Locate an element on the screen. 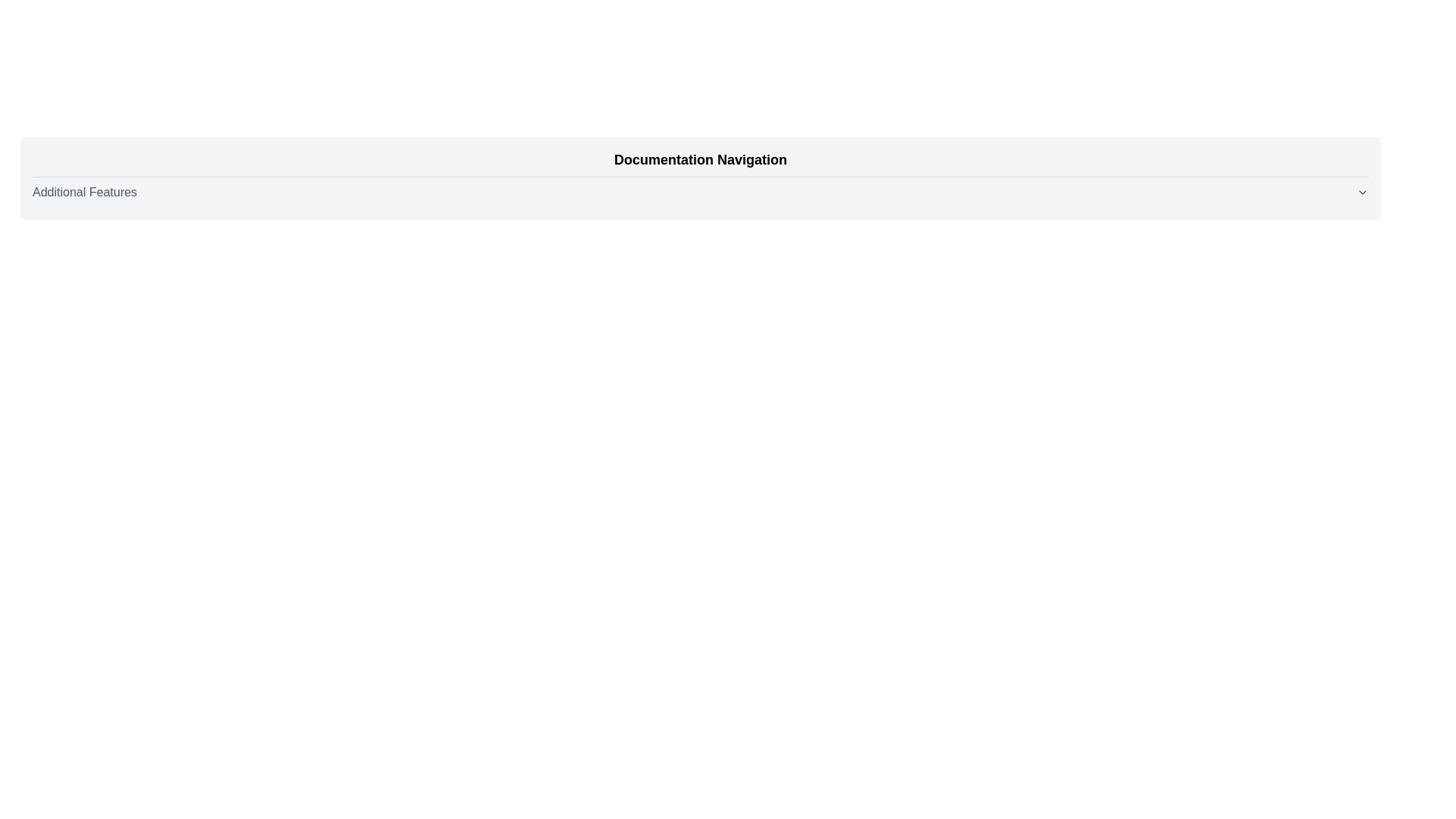 Image resolution: width=1456 pixels, height=819 pixels. the toggle icon located at the rightmost end of the 'Additional Features' horizontal bar is located at coordinates (1362, 192).